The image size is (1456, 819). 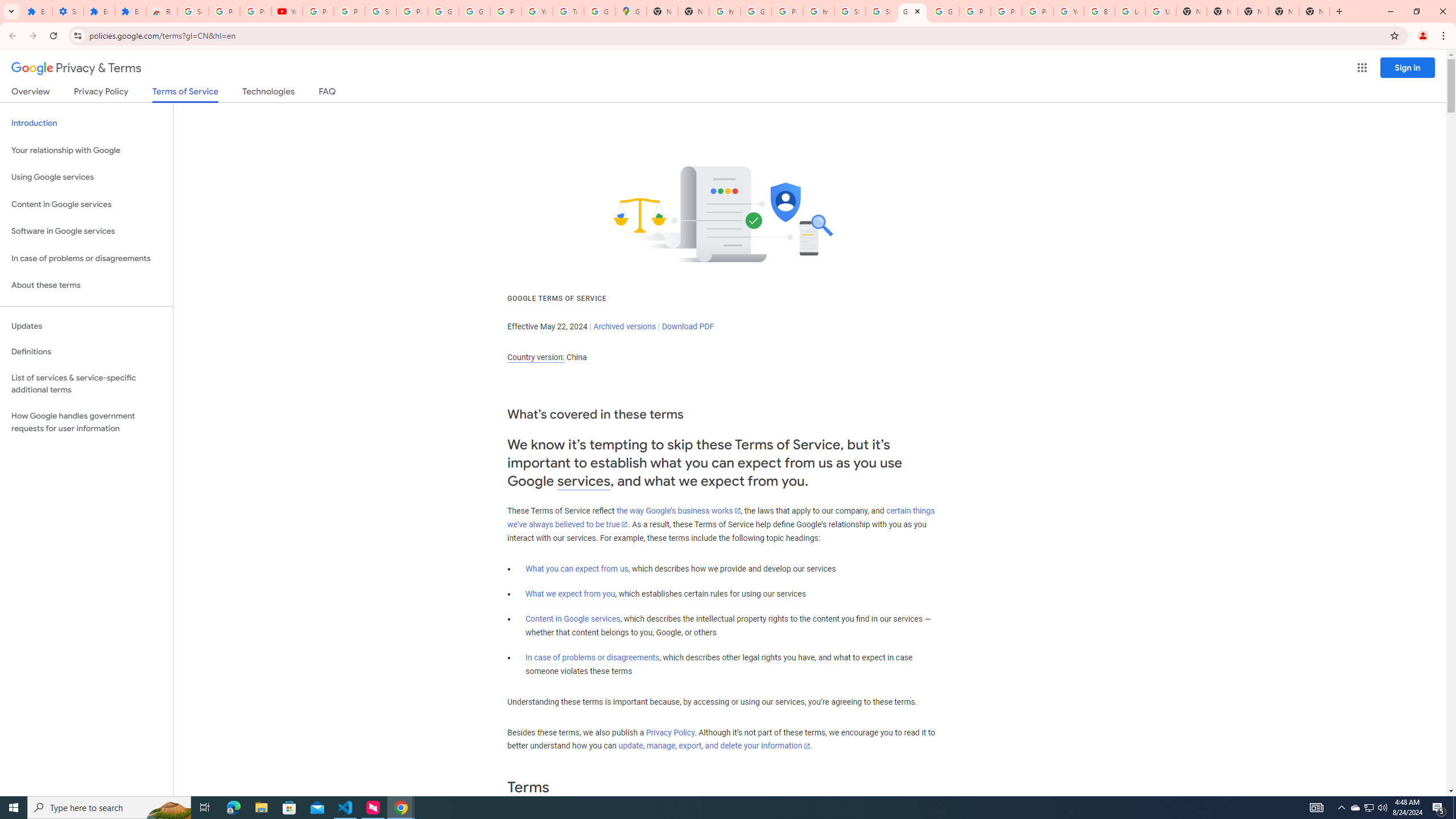 What do you see at coordinates (287, 11) in the screenshot?
I see `'YouTube'` at bounding box center [287, 11].